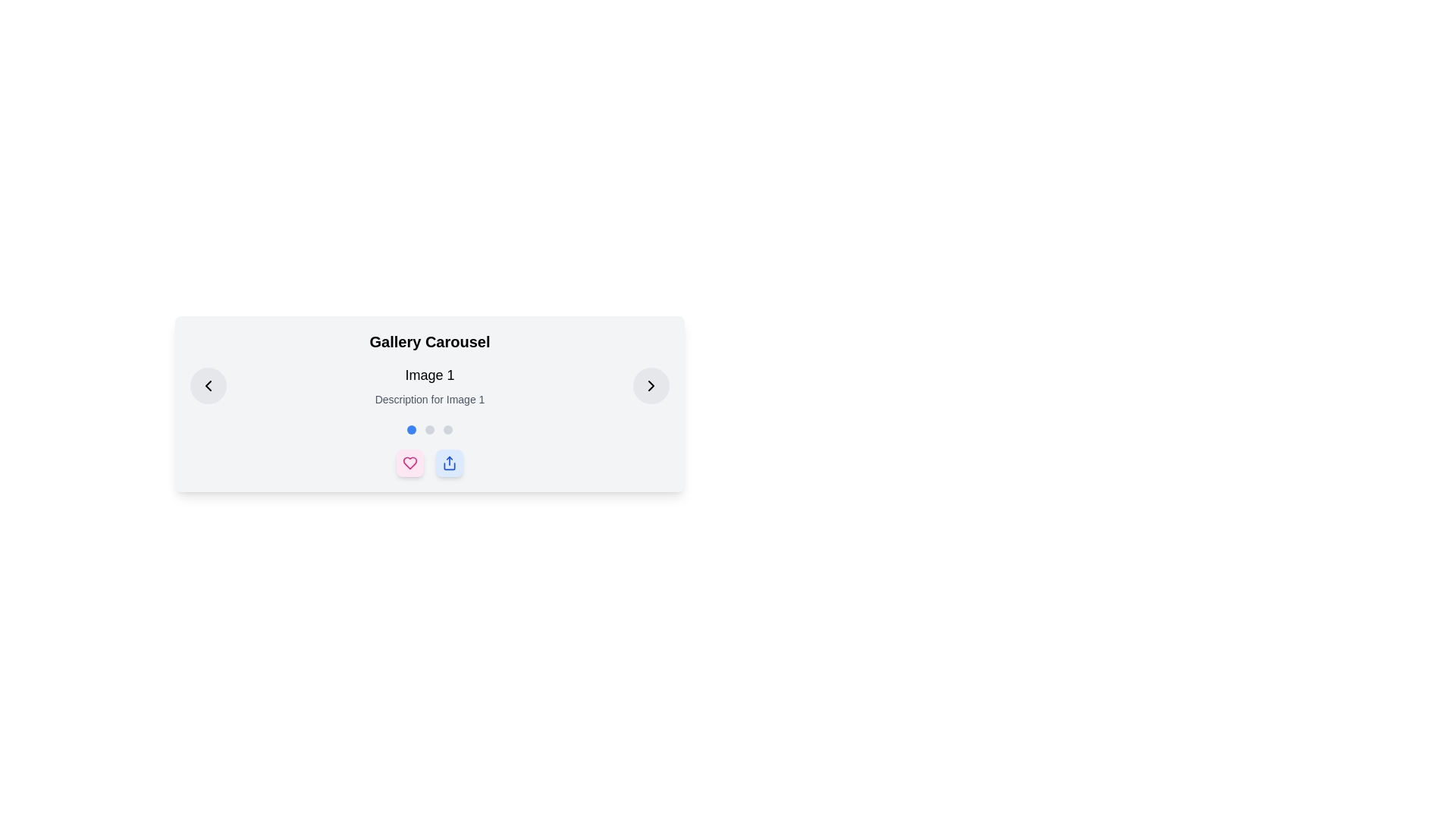  What do you see at coordinates (207, 385) in the screenshot?
I see `the button containing the previous chevron icon for keyboard navigation in the Gallery Carousel interface` at bounding box center [207, 385].